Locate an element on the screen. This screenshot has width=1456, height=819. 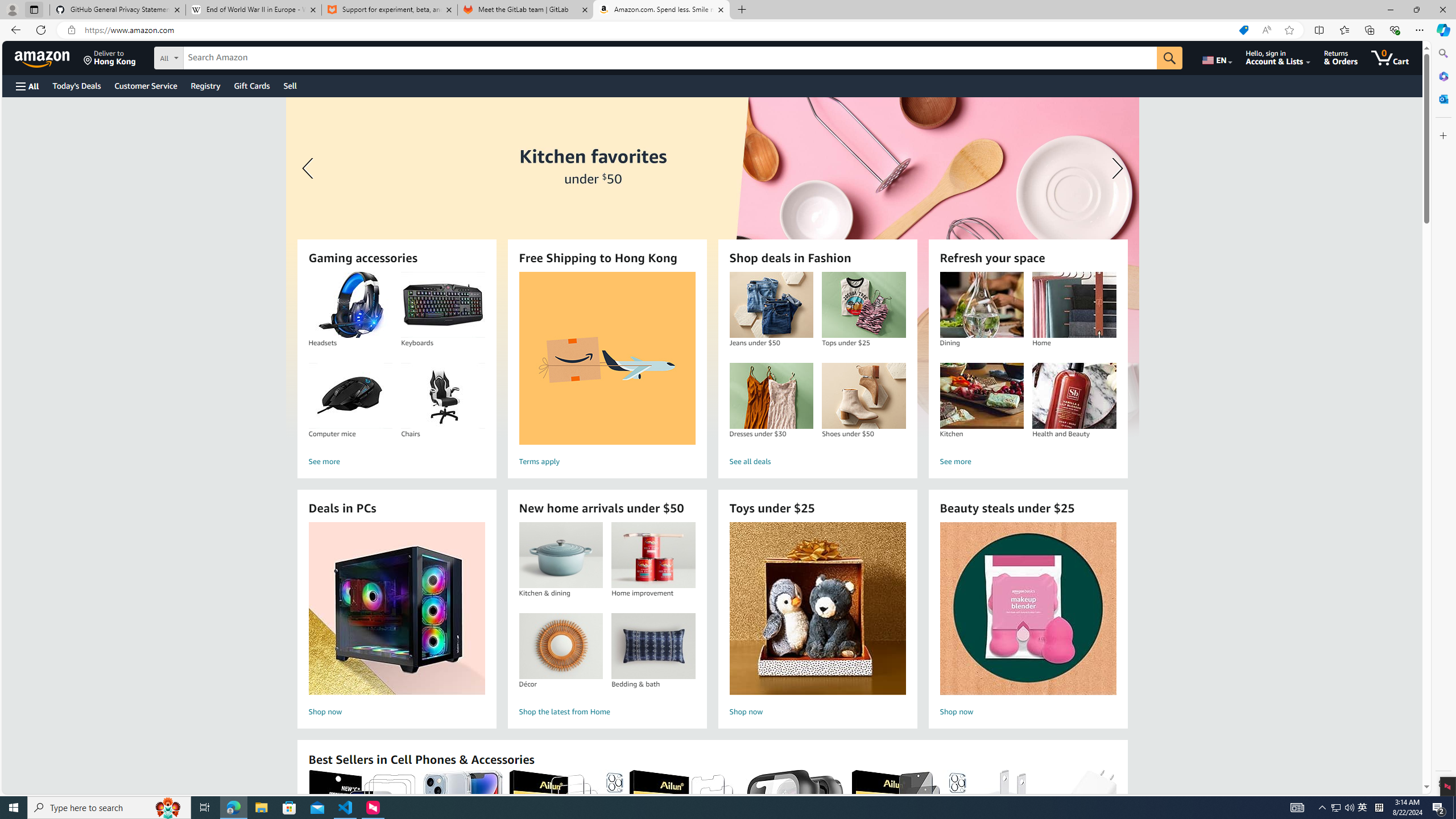
'Previous slide' is located at coordinates (309, 167).